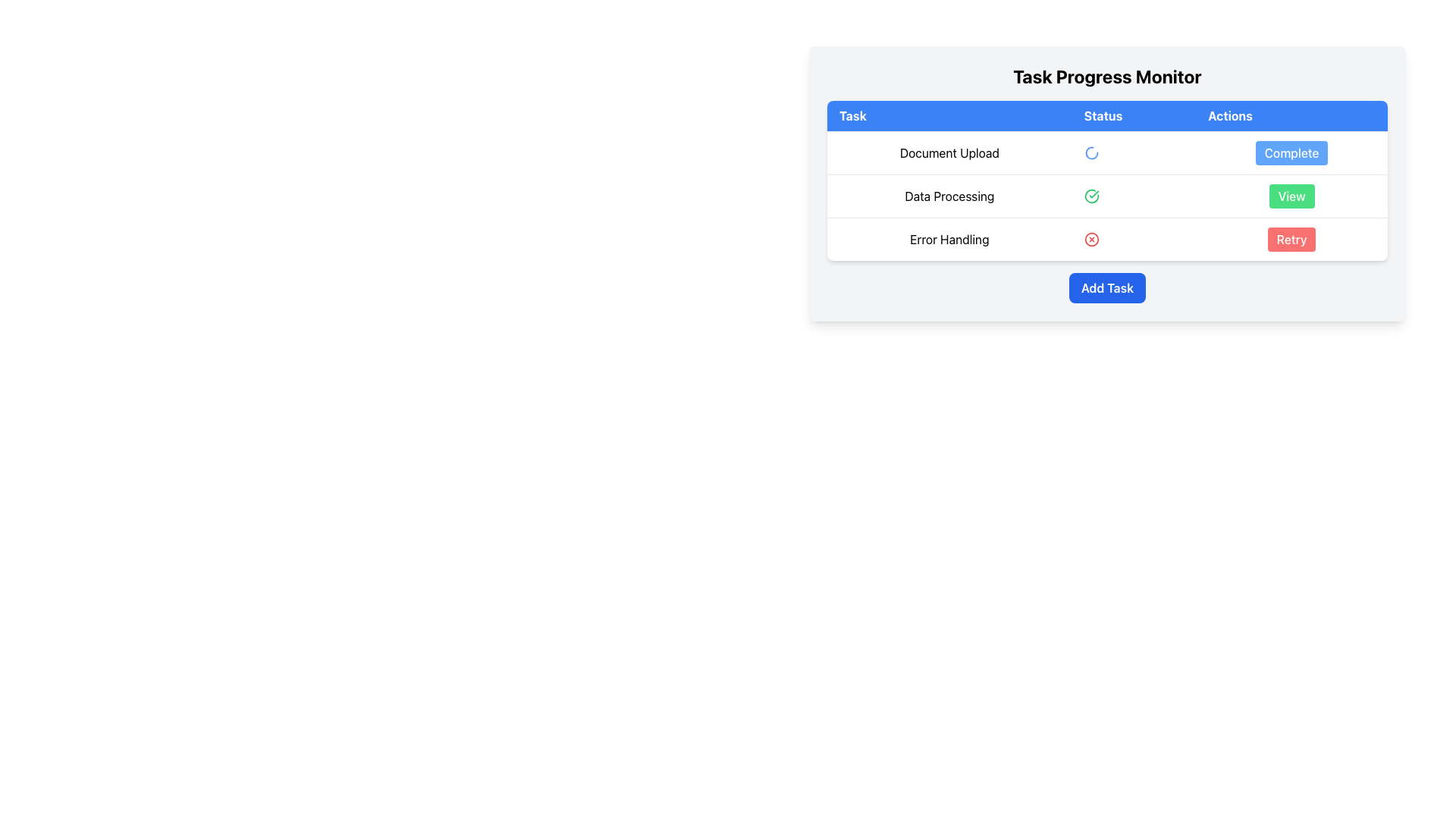  Describe the element at coordinates (1107, 183) in the screenshot. I see `the task statuses and actions by clicking on the task management widget that contains the table and controls` at that location.